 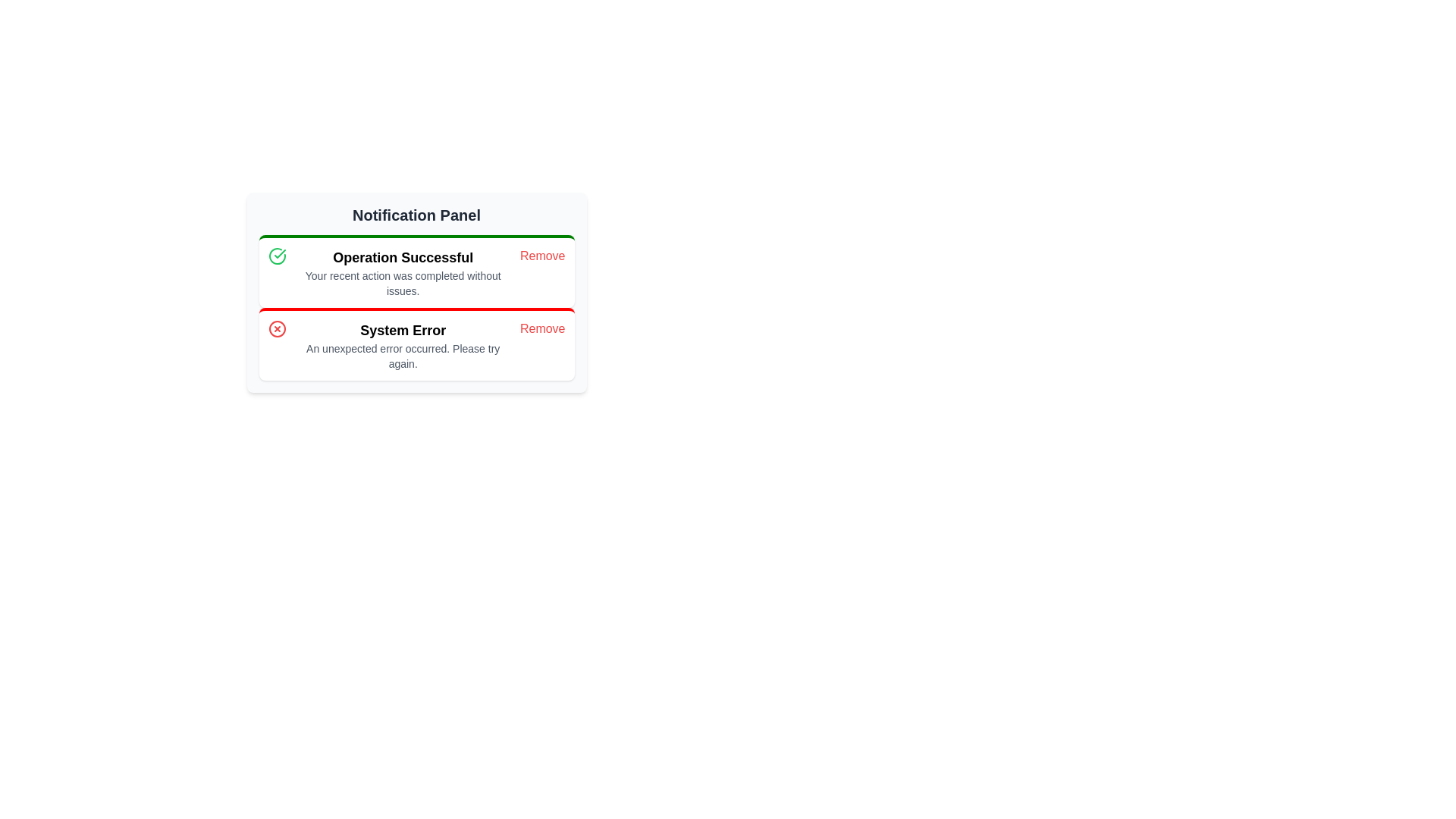 I want to click on message displayed in the text block stating 'An unexpected error occurred. Please try again.' which is located below the bold text 'System Error' in a notification card, so click(x=403, y=356).